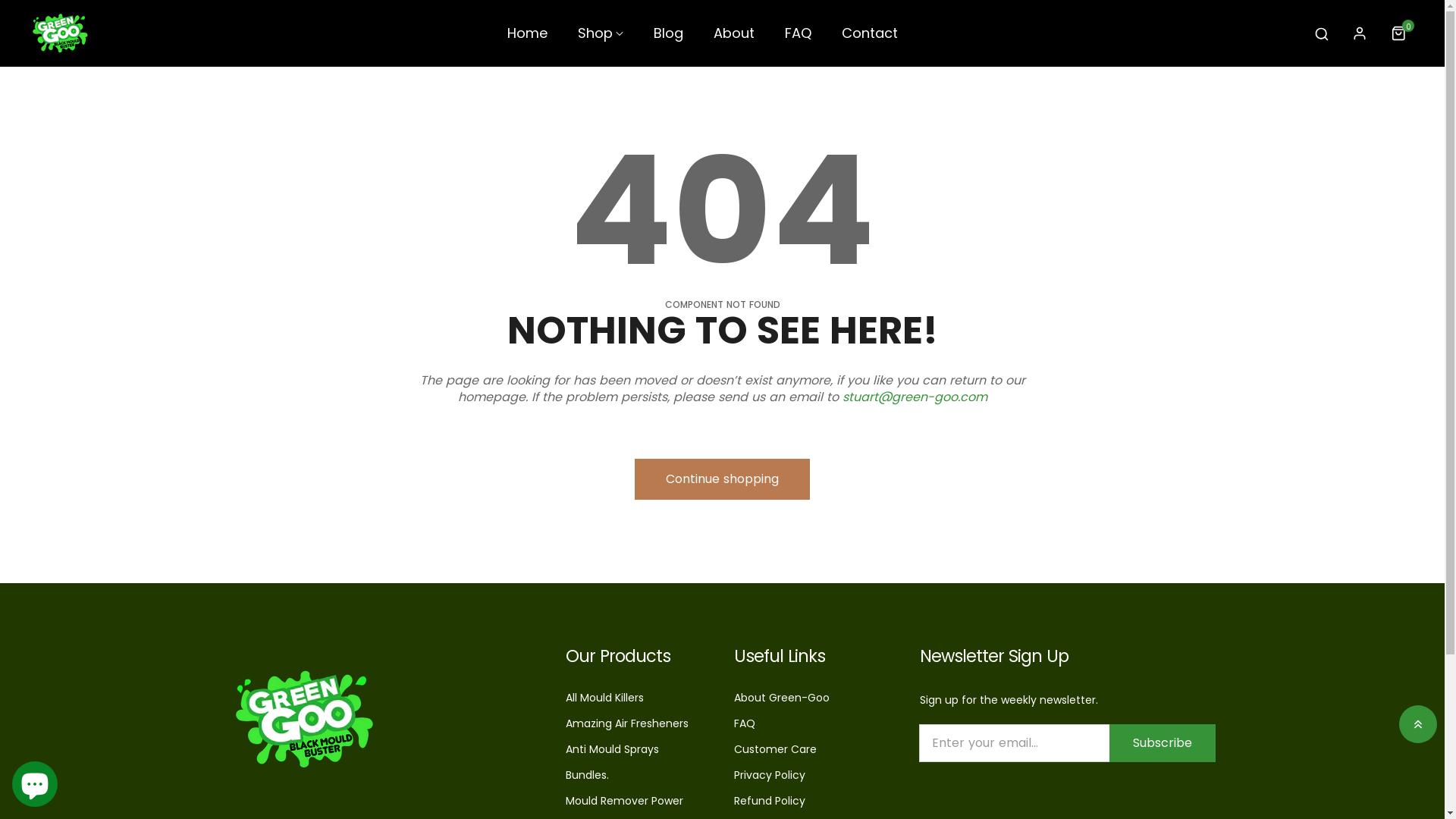 The height and width of the screenshot is (819, 1456). I want to click on 'stuart@green-goo.com', so click(913, 396).